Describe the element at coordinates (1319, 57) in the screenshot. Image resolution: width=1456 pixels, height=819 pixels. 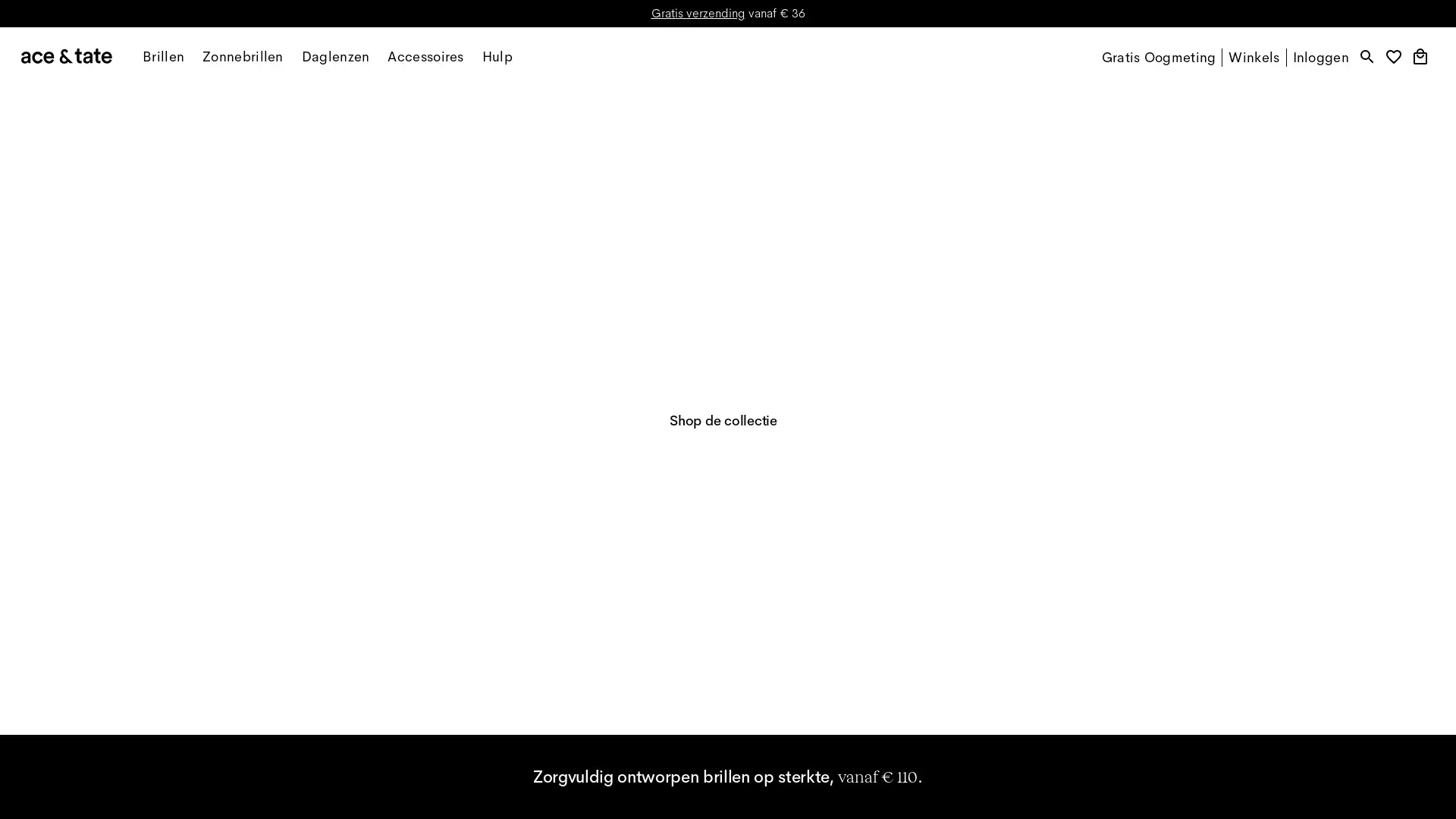
I see `Inloggen` at that location.